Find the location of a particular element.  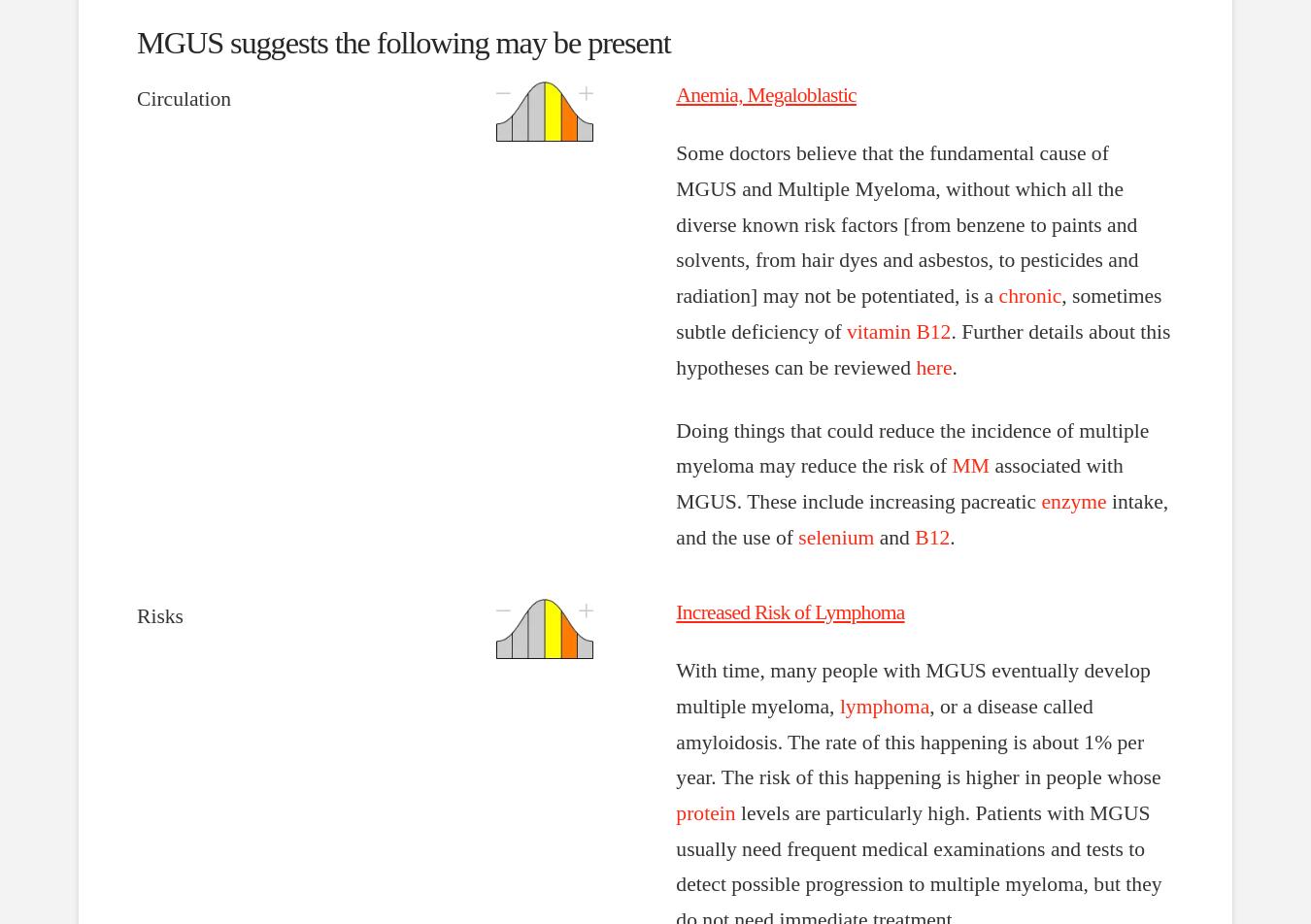

'B12' is located at coordinates (930, 537).